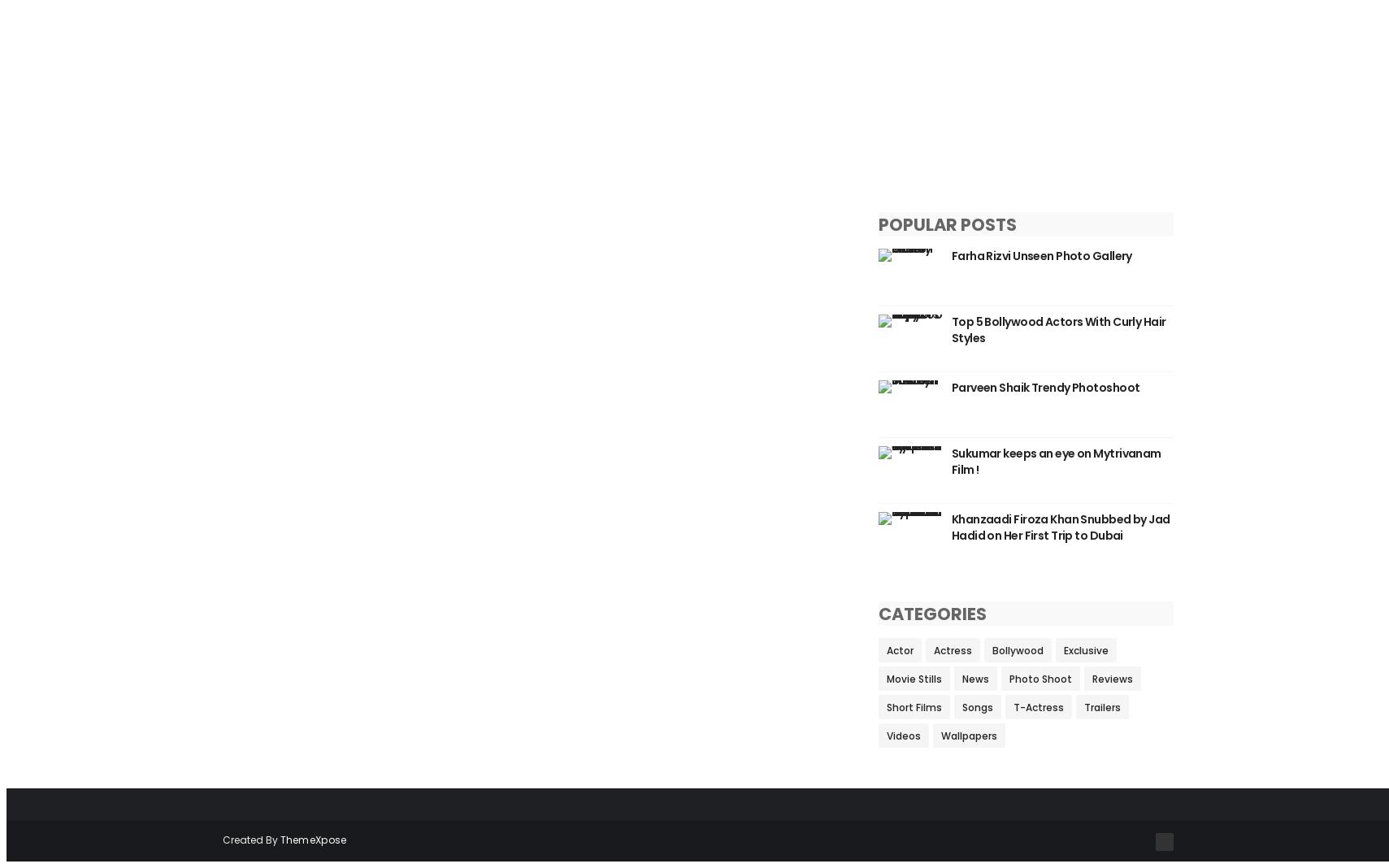 This screenshot has width=1389, height=868. What do you see at coordinates (961, 678) in the screenshot?
I see `'News'` at bounding box center [961, 678].